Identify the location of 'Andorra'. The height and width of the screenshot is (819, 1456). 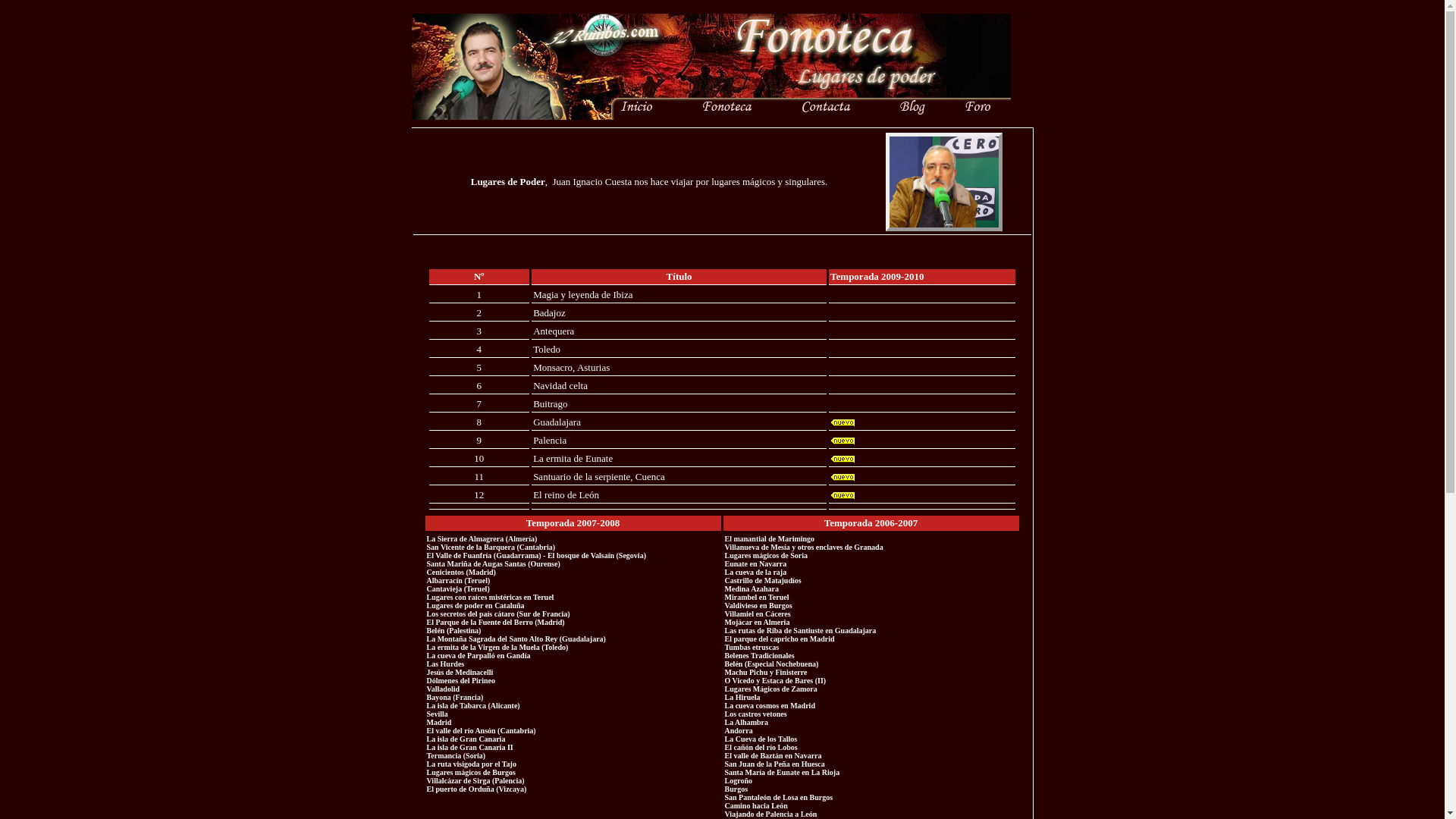
(739, 730).